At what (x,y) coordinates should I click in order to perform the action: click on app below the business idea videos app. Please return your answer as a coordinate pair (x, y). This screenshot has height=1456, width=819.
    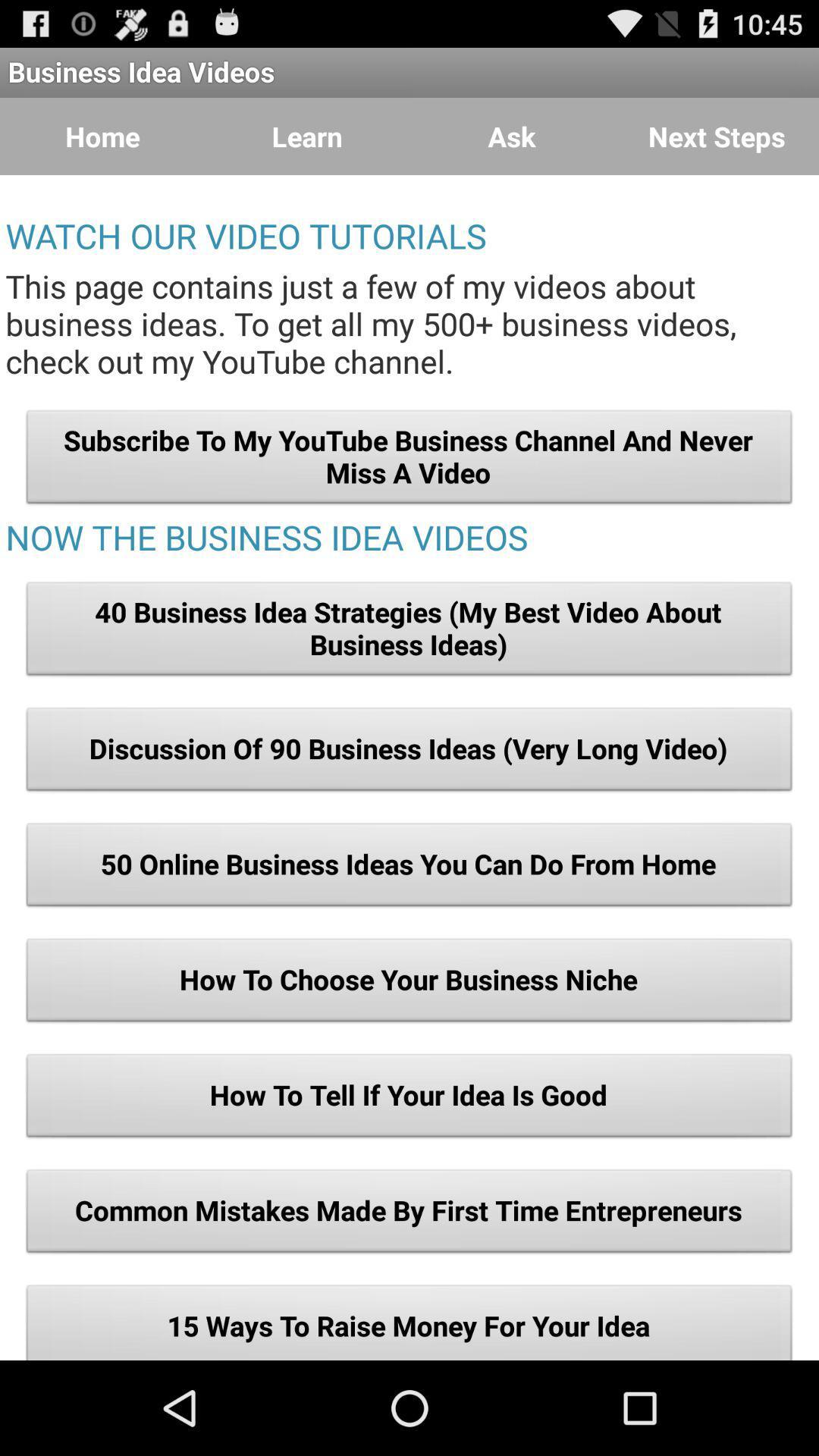
    Looking at the image, I should click on (717, 136).